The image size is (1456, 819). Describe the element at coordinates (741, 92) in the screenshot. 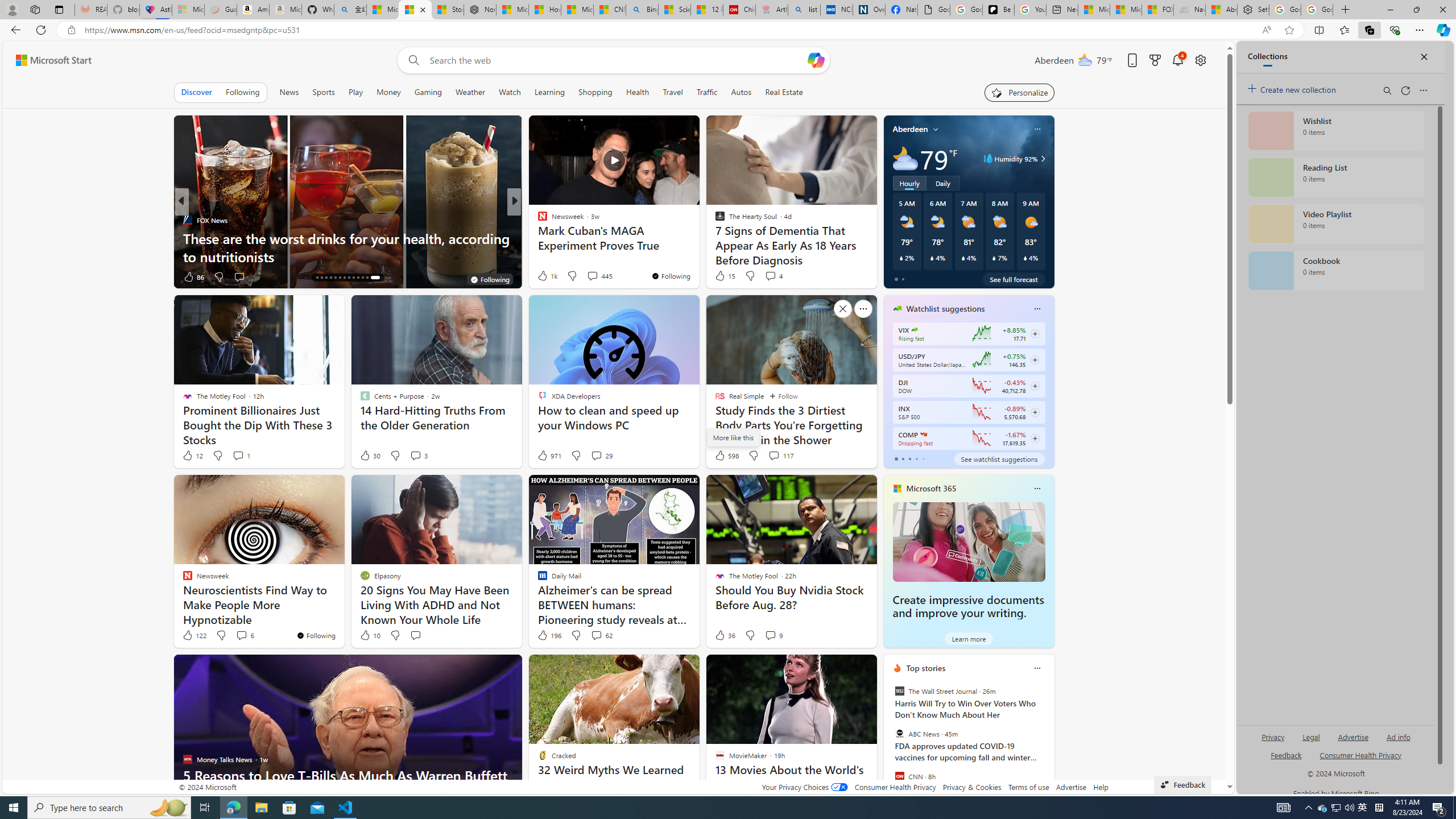

I see `'Autos'` at that location.